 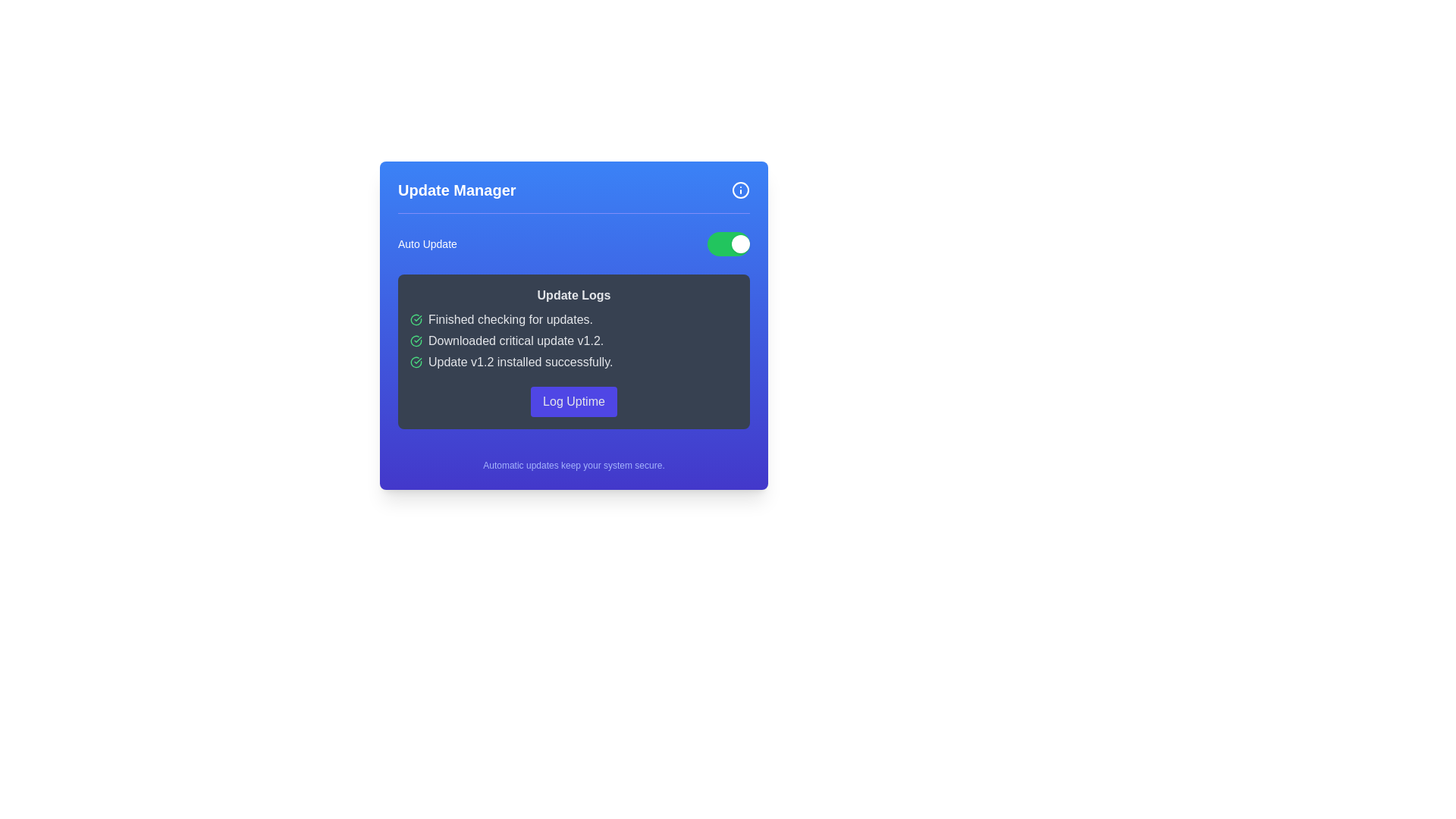 I want to click on the informational static text label about automatic updates located at the bottom edge of the update manager interface, directly below the 'Log Uptime' button, so click(x=573, y=464).